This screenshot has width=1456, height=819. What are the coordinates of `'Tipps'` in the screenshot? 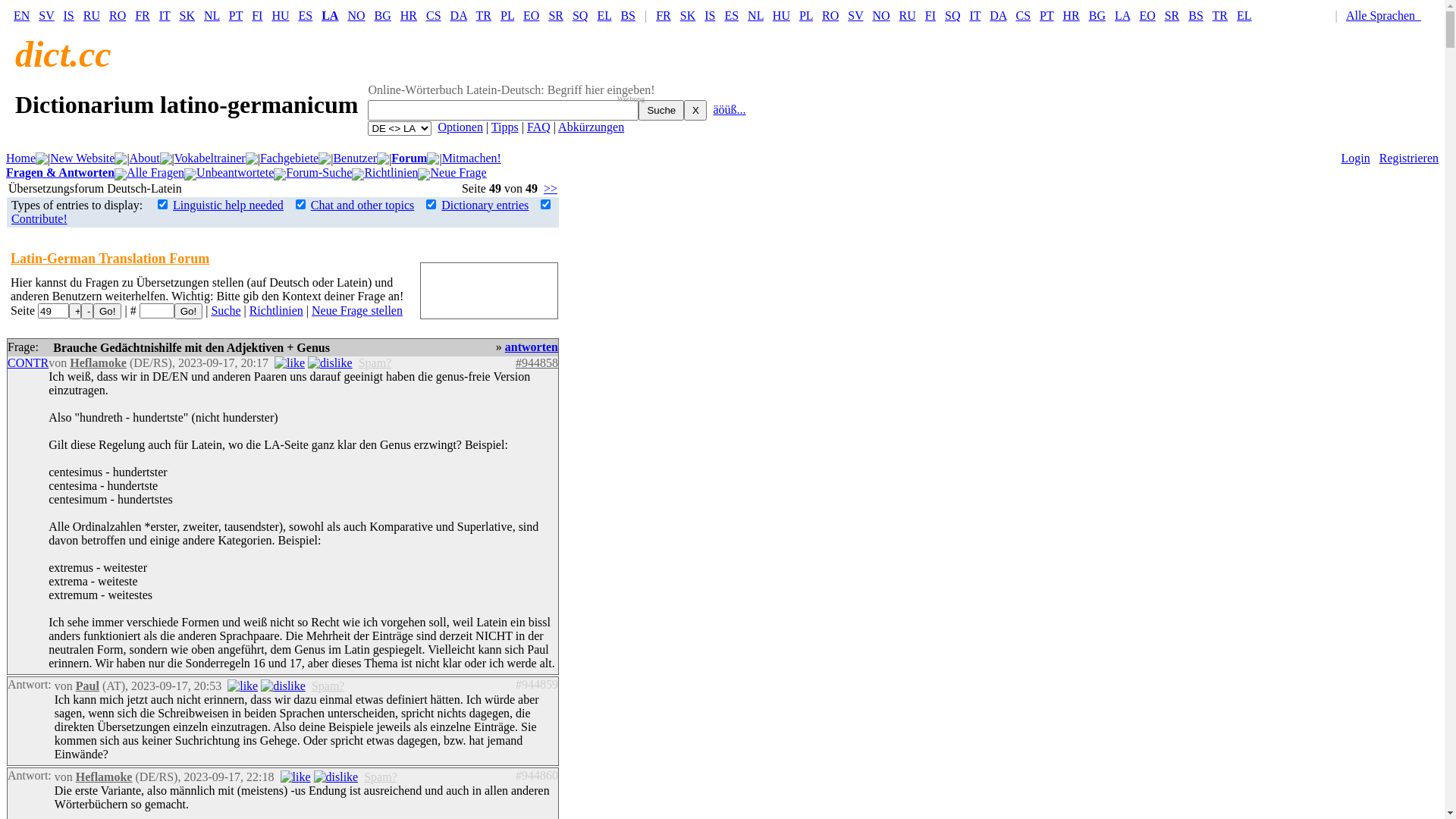 It's located at (505, 126).